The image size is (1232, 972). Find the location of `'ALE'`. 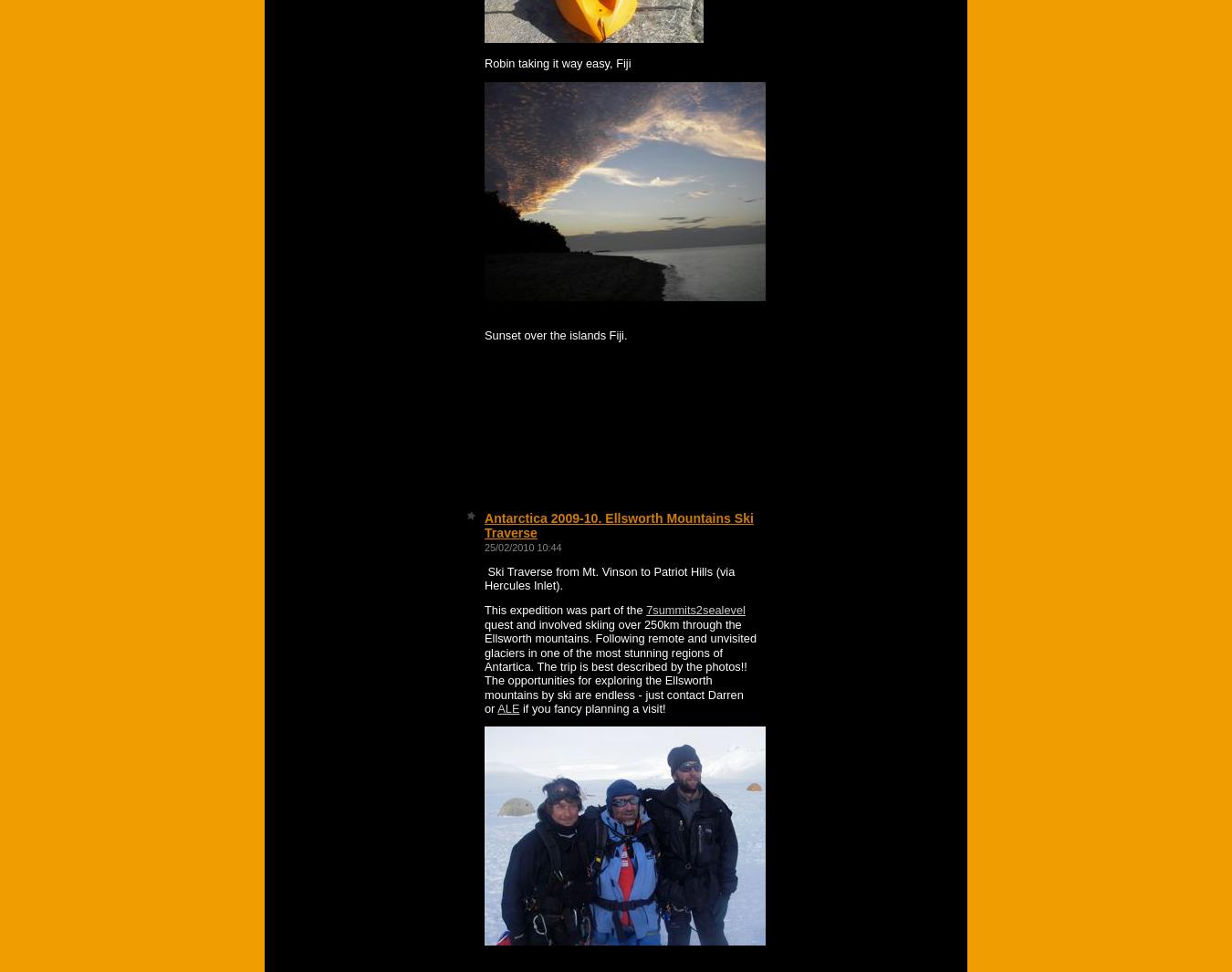

'ALE' is located at coordinates (496, 707).